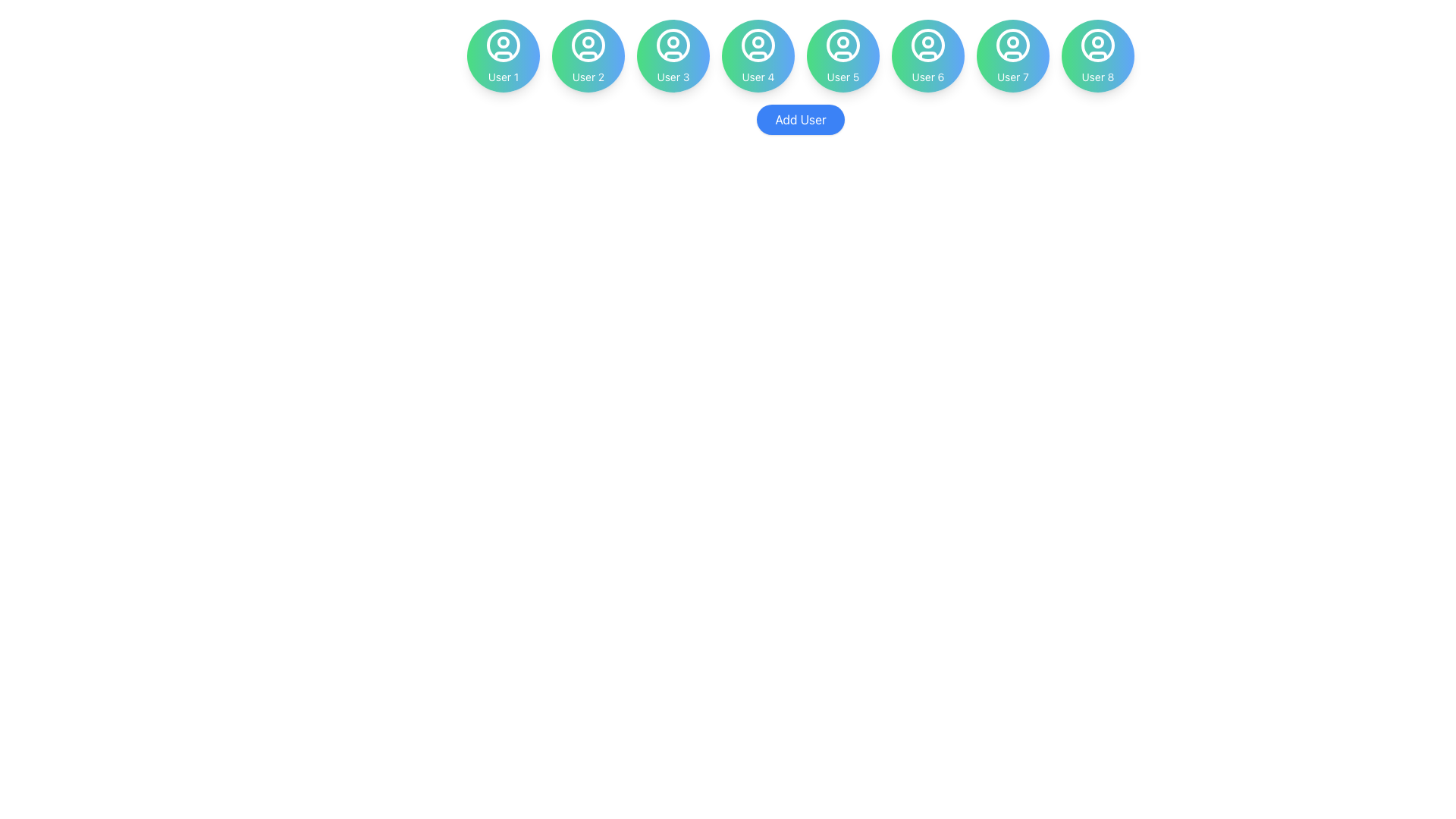  I want to click on the user profile icon for 'User 6', so click(927, 45).